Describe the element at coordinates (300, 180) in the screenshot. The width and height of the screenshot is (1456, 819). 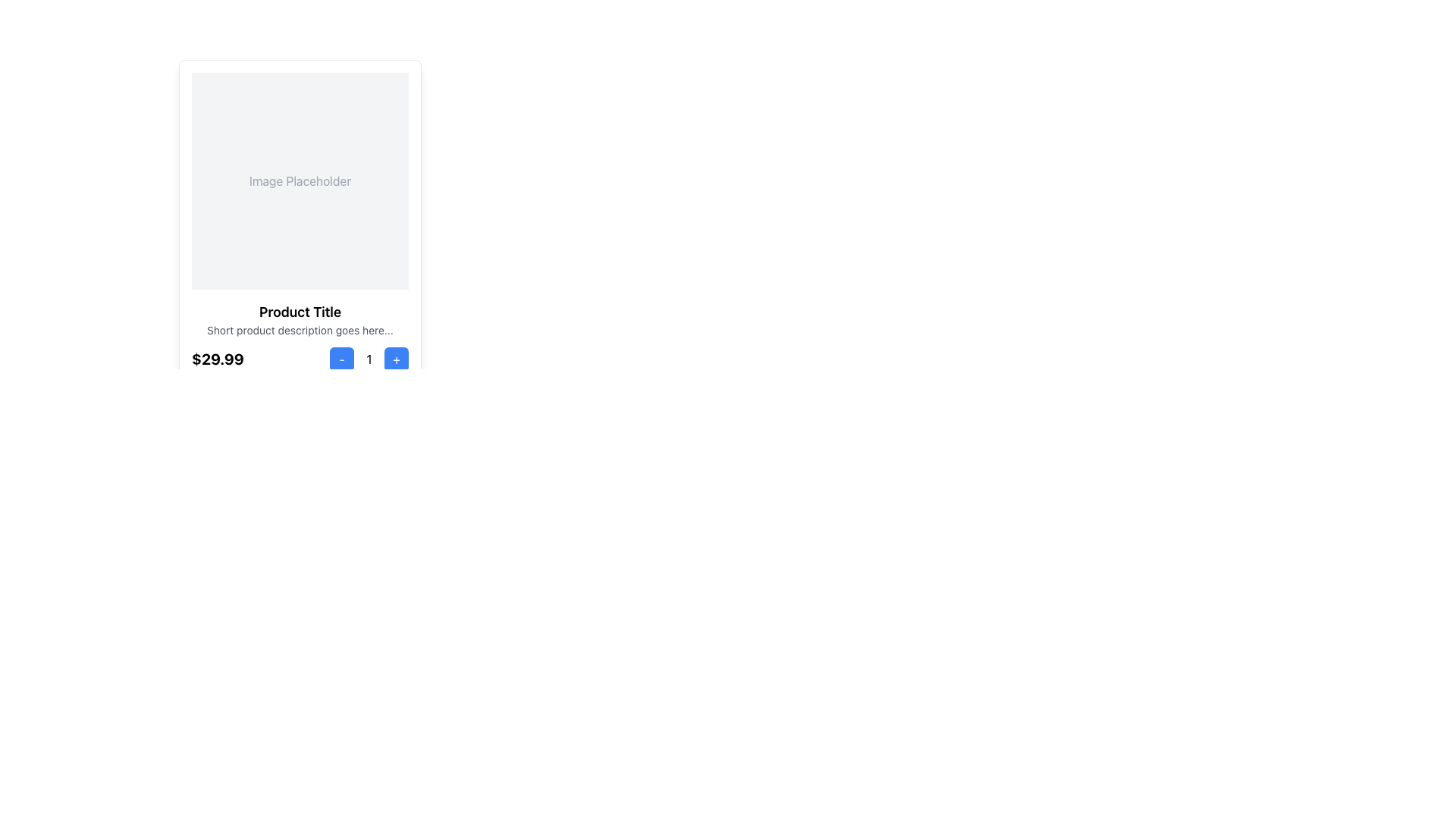
I see `text from the Text Label that serves as a placeholder for an image, located at the center of a light gray background square box` at that location.